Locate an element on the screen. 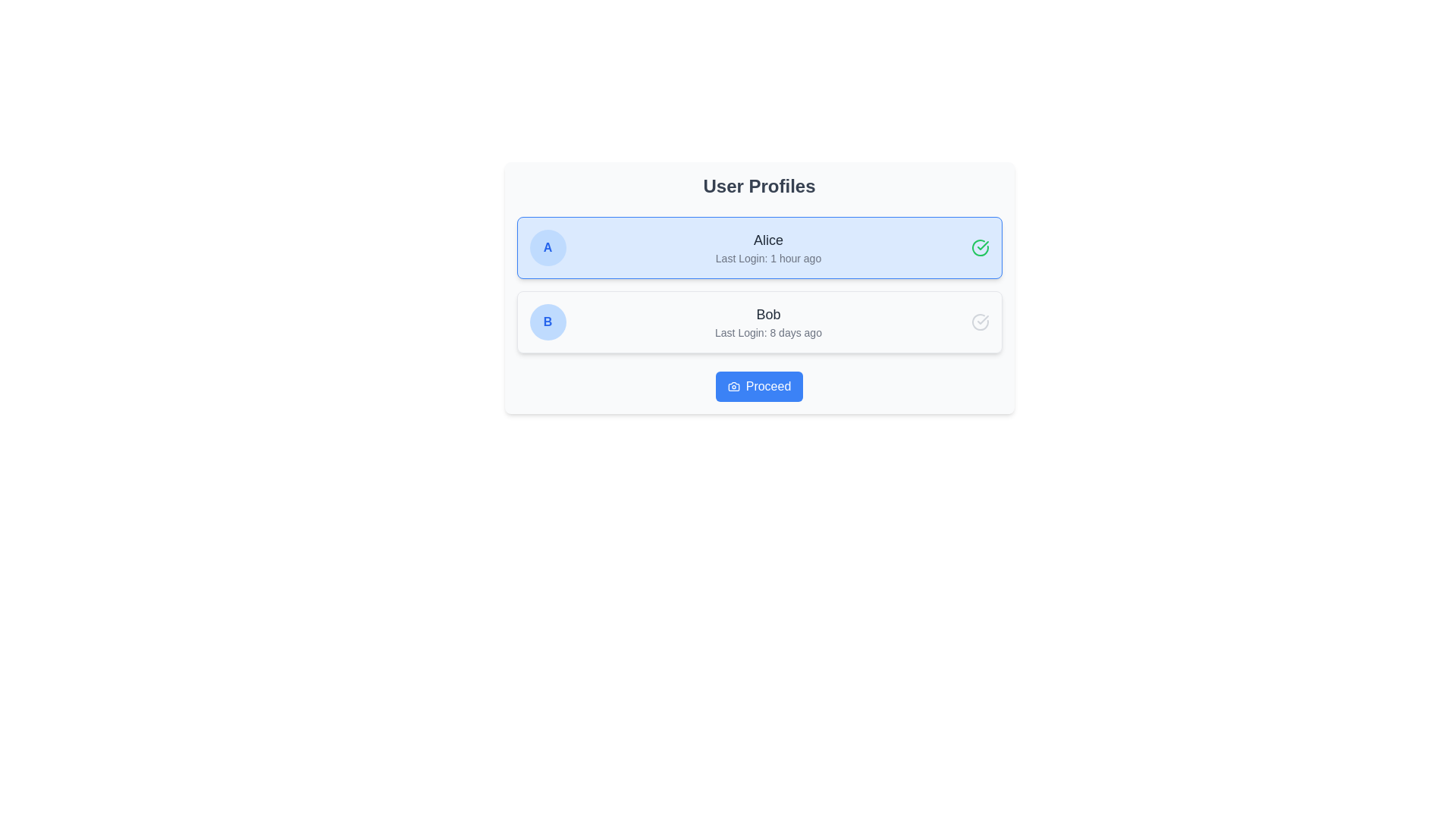 Image resolution: width=1456 pixels, height=819 pixels. the User profile card for 'Alice', which displays the username and last login information, positioned at the top of the user profiles list is located at coordinates (759, 247).